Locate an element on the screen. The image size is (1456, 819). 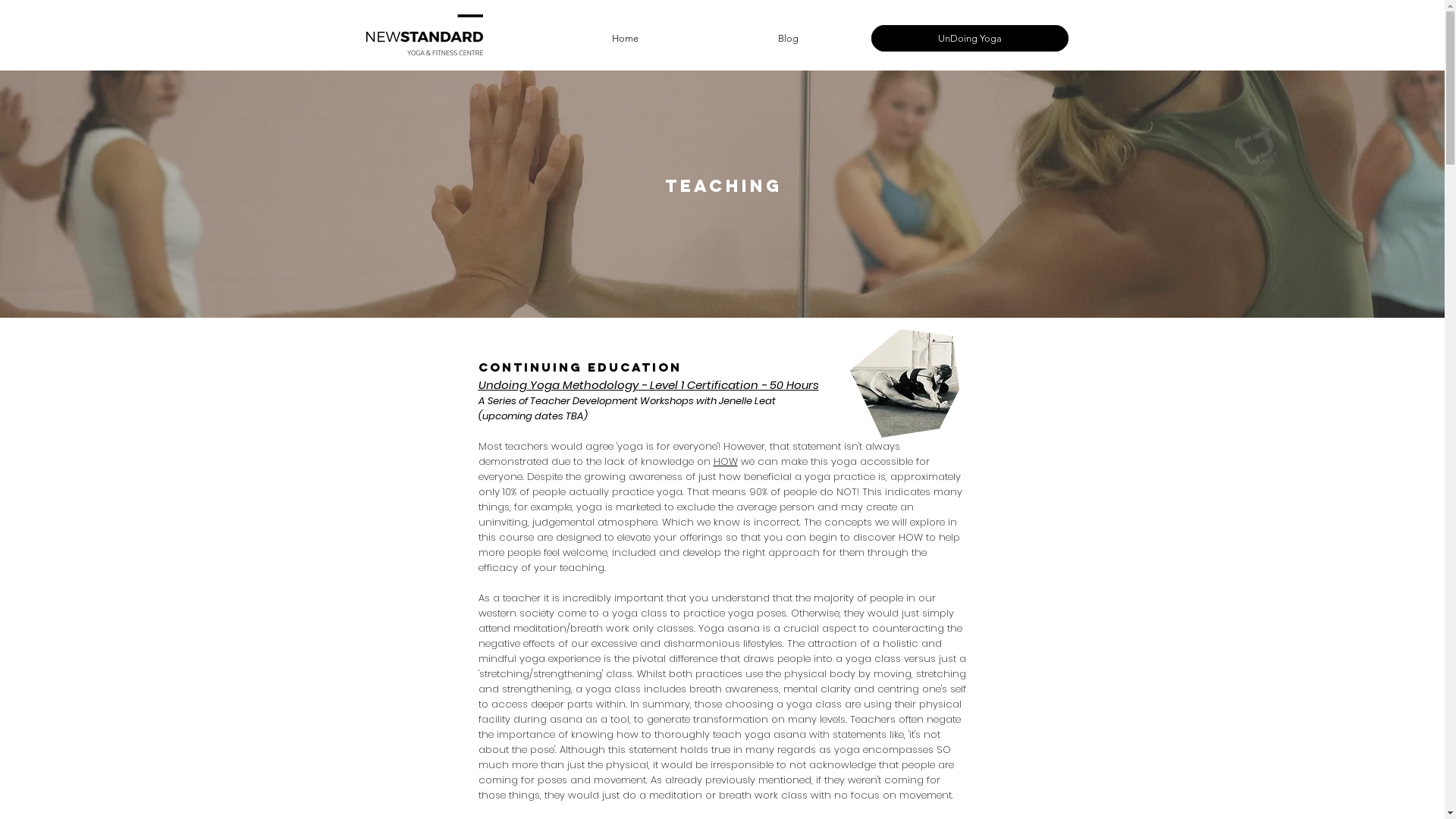
'Home' is located at coordinates (544, 37).